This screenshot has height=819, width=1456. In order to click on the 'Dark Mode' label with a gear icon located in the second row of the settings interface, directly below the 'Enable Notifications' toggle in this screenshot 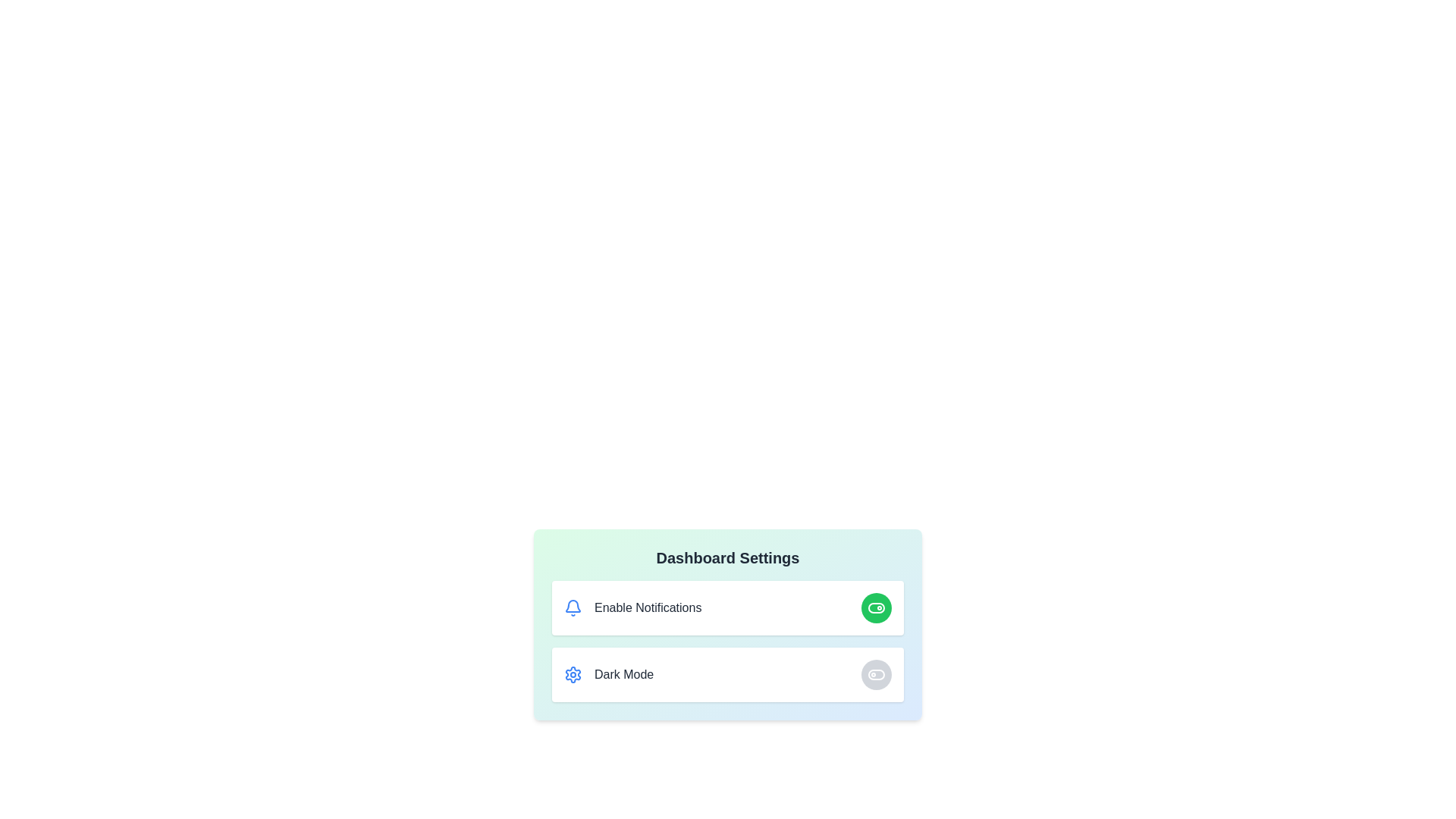, I will do `click(609, 674)`.